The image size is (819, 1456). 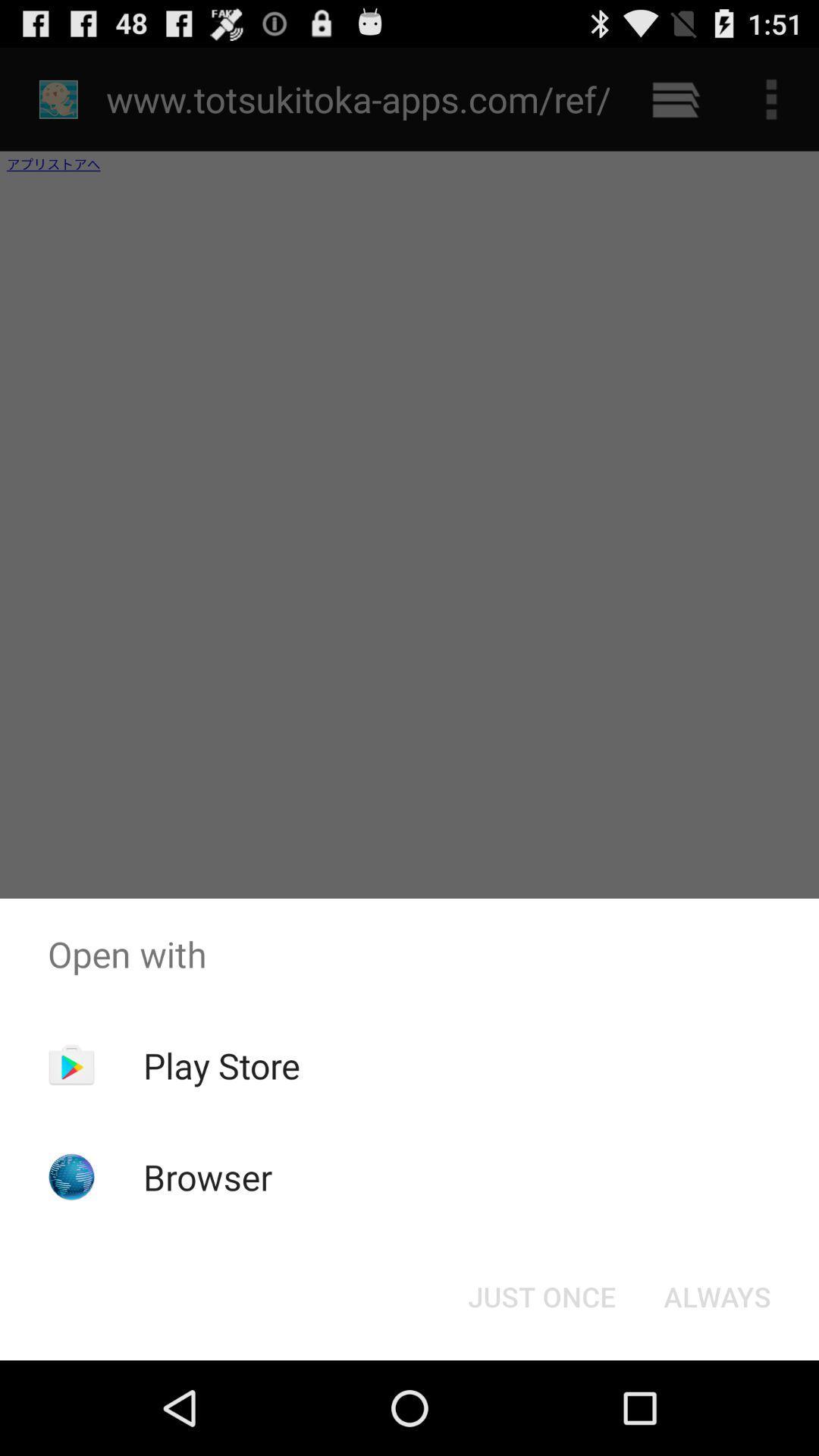 What do you see at coordinates (717, 1295) in the screenshot?
I see `item below the open with item` at bounding box center [717, 1295].